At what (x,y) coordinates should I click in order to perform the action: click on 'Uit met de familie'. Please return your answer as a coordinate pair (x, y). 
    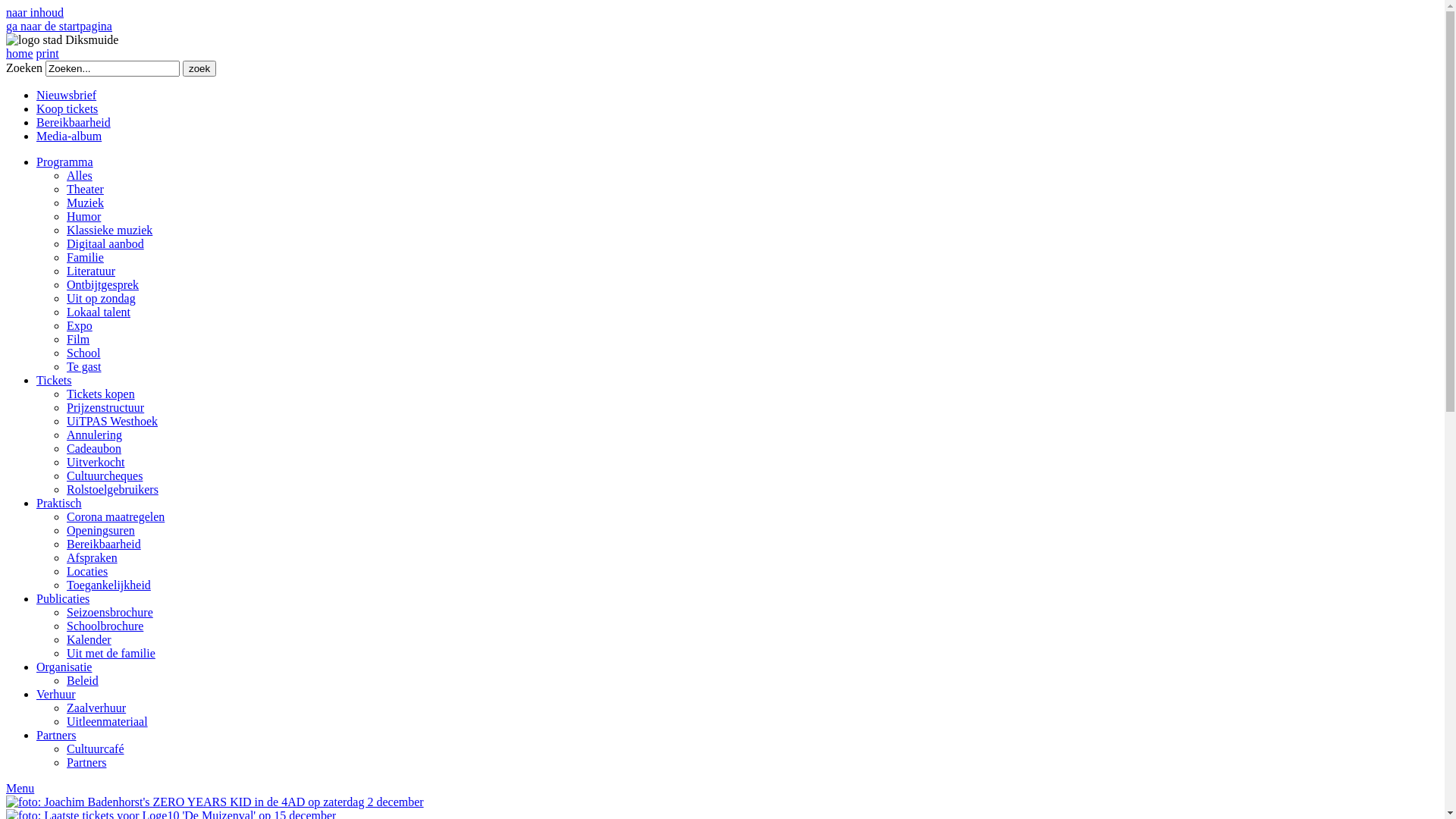
    Looking at the image, I should click on (110, 652).